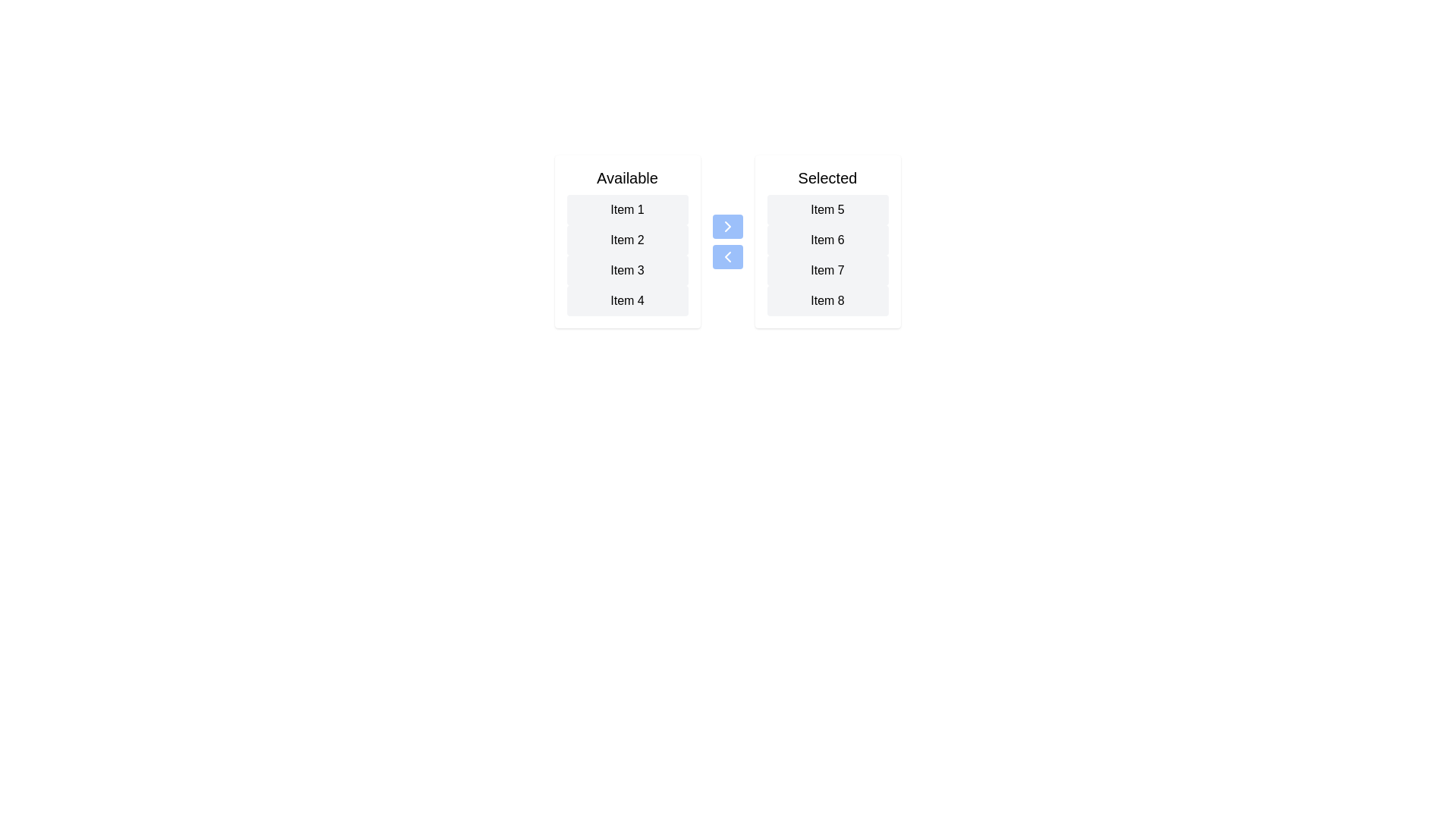 The image size is (1456, 819). What do you see at coordinates (726, 256) in the screenshot?
I see `the leftward chevron icon ('<') located in the blue button between the 'Available' and 'Selected' panels` at bounding box center [726, 256].